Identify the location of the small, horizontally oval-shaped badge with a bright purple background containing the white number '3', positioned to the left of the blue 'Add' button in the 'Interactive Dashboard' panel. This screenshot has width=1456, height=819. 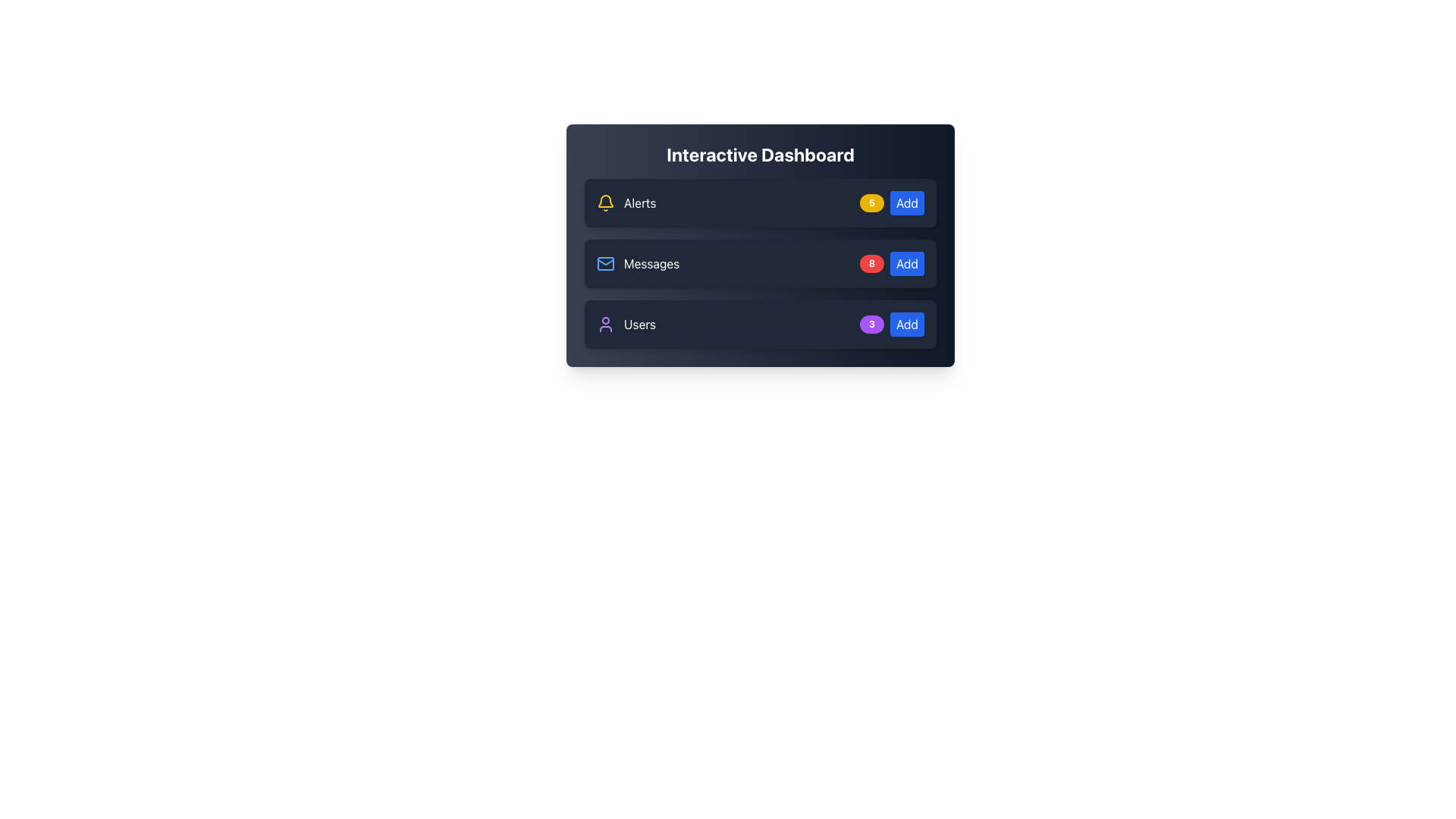
(871, 324).